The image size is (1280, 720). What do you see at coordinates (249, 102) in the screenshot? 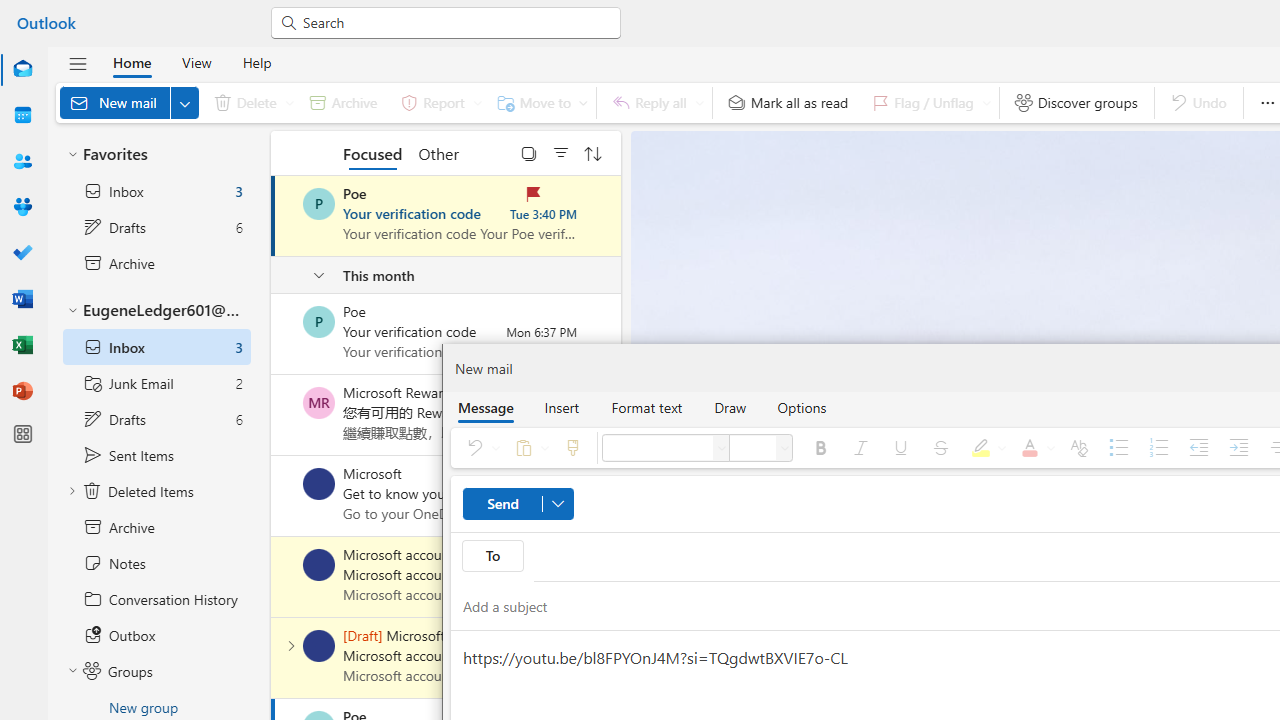
I see `'Delete'` at bounding box center [249, 102].